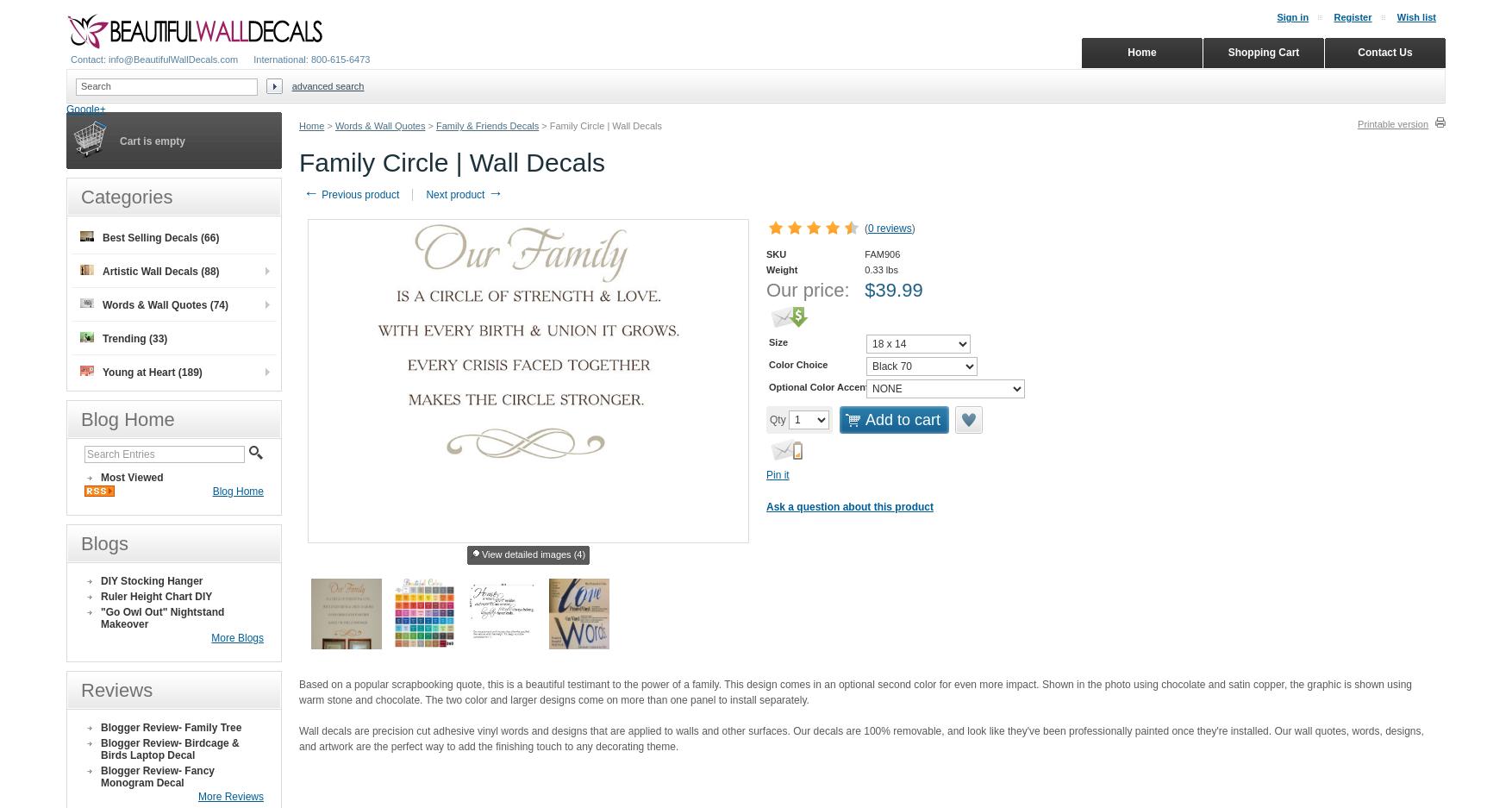 The height and width of the screenshot is (808, 1512). Describe the element at coordinates (116, 689) in the screenshot. I see `'Reviews'` at that location.